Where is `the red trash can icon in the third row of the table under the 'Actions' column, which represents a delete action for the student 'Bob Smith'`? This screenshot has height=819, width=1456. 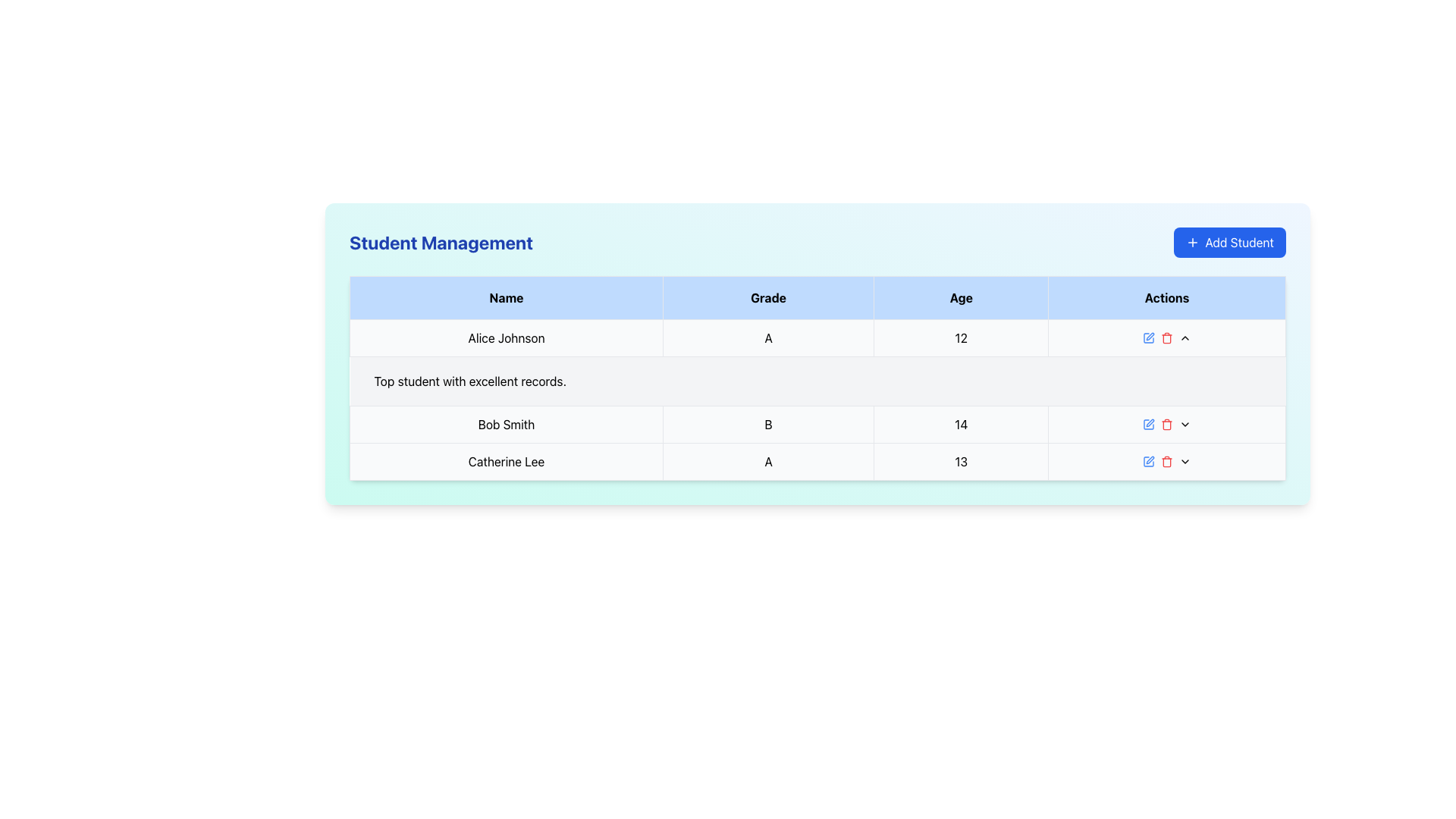
the red trash can icon in the third row of the table under the 'Actions' column, which represents a delete action for the student 'Bob Smith' is located at coordinates (1166, 424).